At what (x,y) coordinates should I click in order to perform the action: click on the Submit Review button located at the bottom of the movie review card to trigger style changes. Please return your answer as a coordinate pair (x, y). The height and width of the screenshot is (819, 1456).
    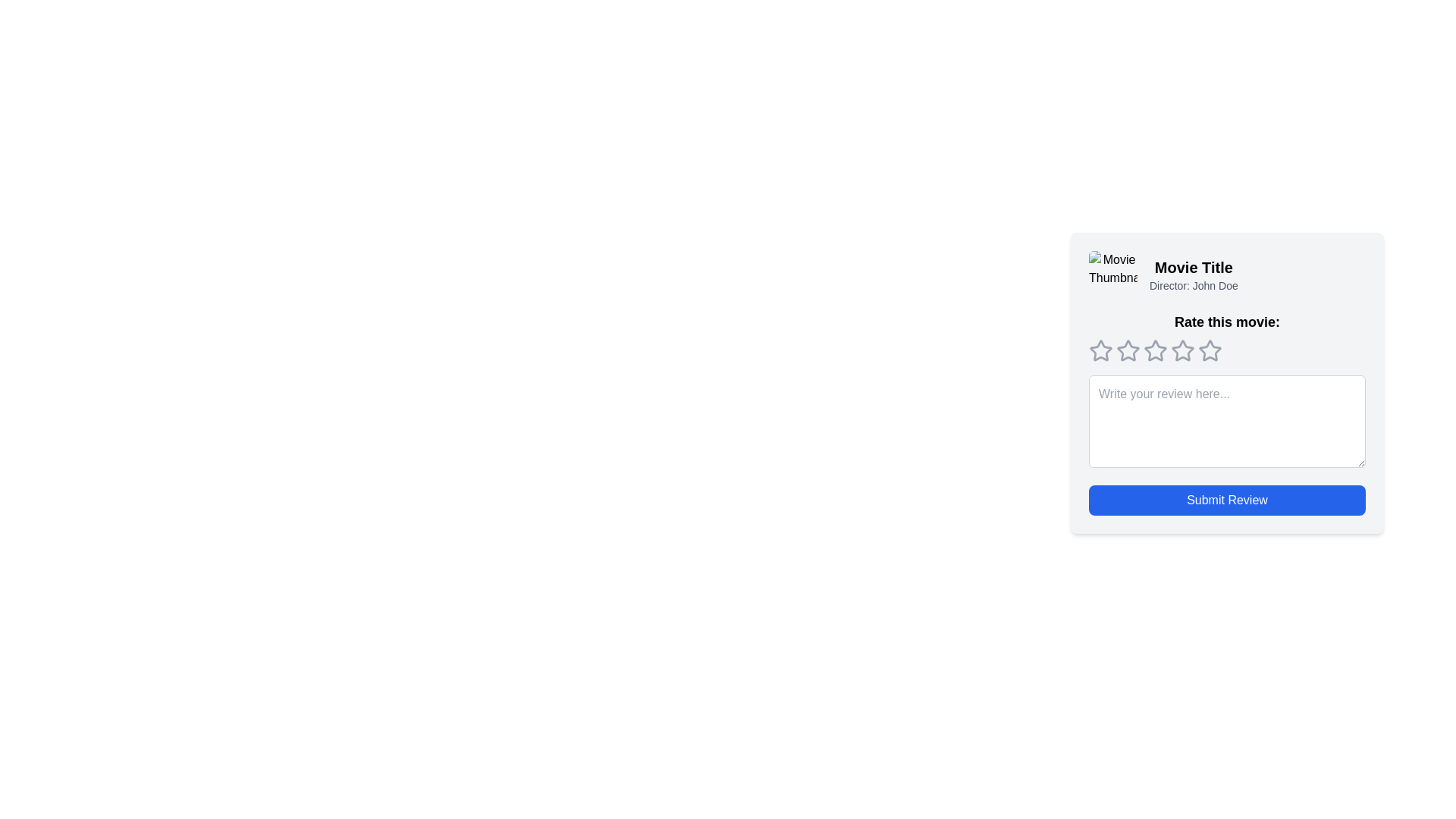
    Looking at the image, I should click on (1227, 500).